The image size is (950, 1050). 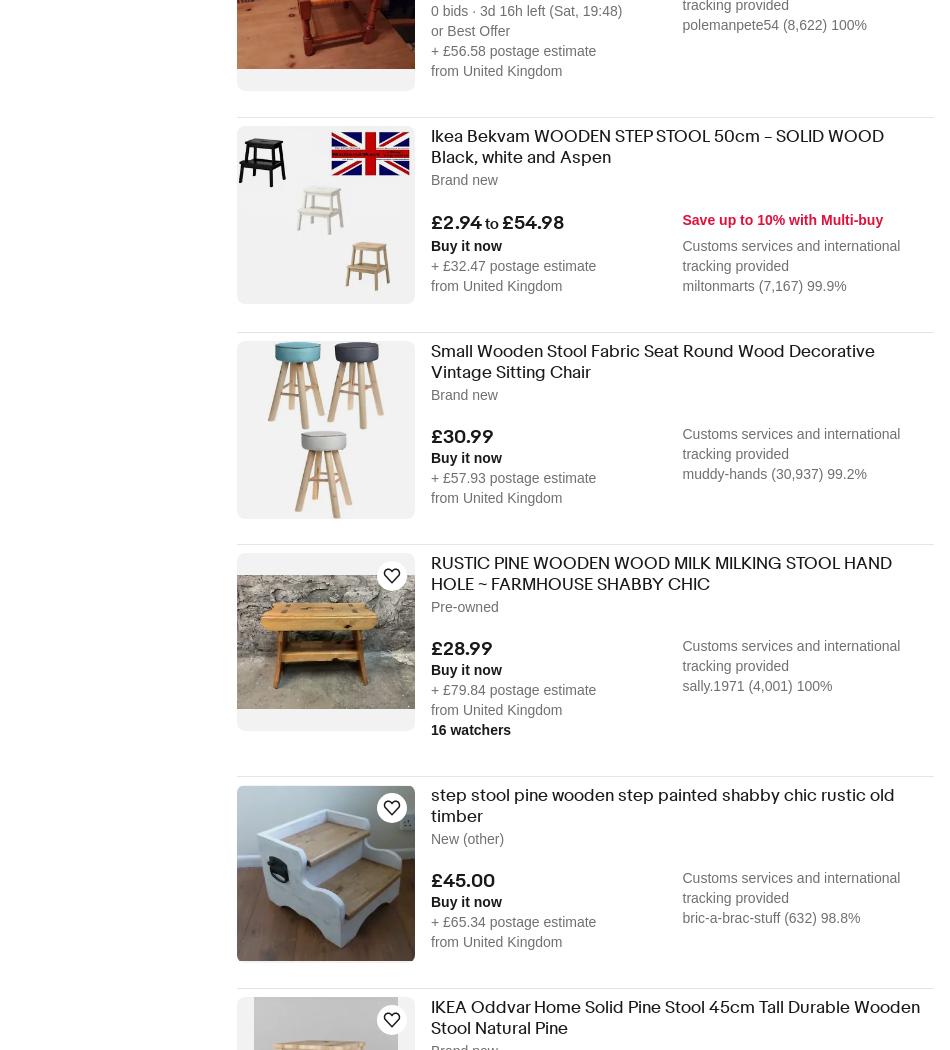 I want to click on '+ £65.34 postage estimate', so click(x=513, y=922).